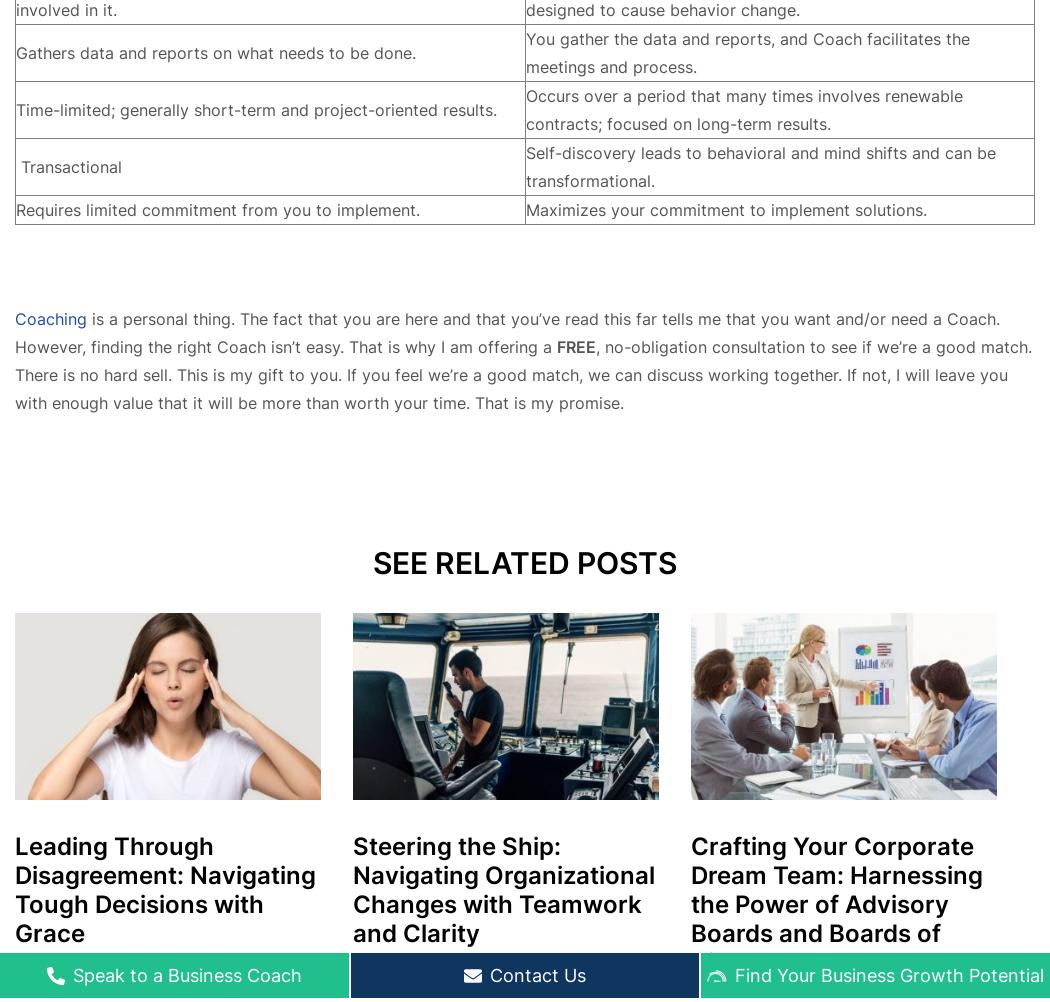 This screenshot has width=1050, height=1002. Describe the element at coordinates (575, 345) in the screenshot. I see `'FREE'` at that location.